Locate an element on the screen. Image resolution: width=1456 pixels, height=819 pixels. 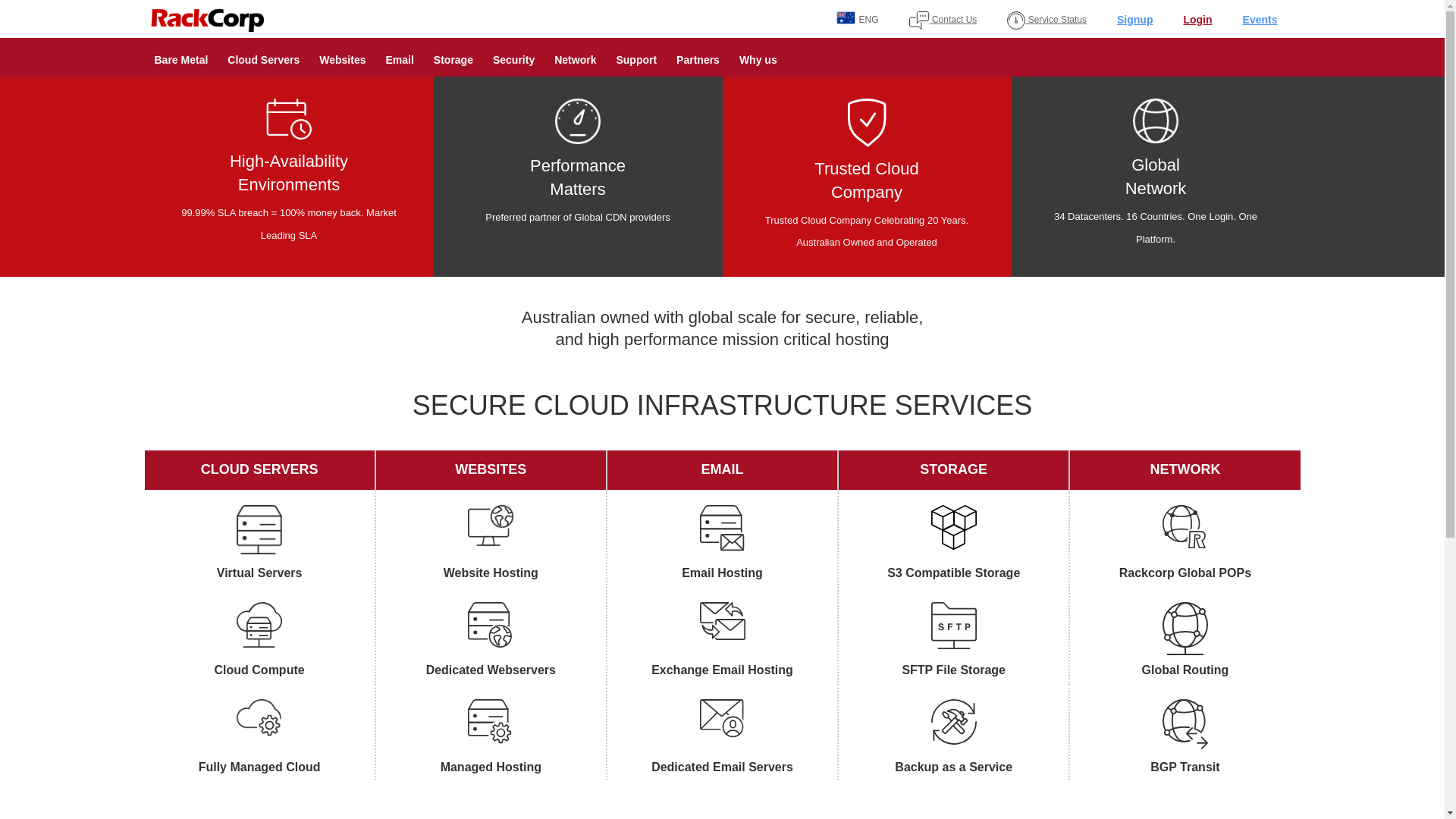
'Rackcorp Global POPs' is located at coordinates (1184, 541).